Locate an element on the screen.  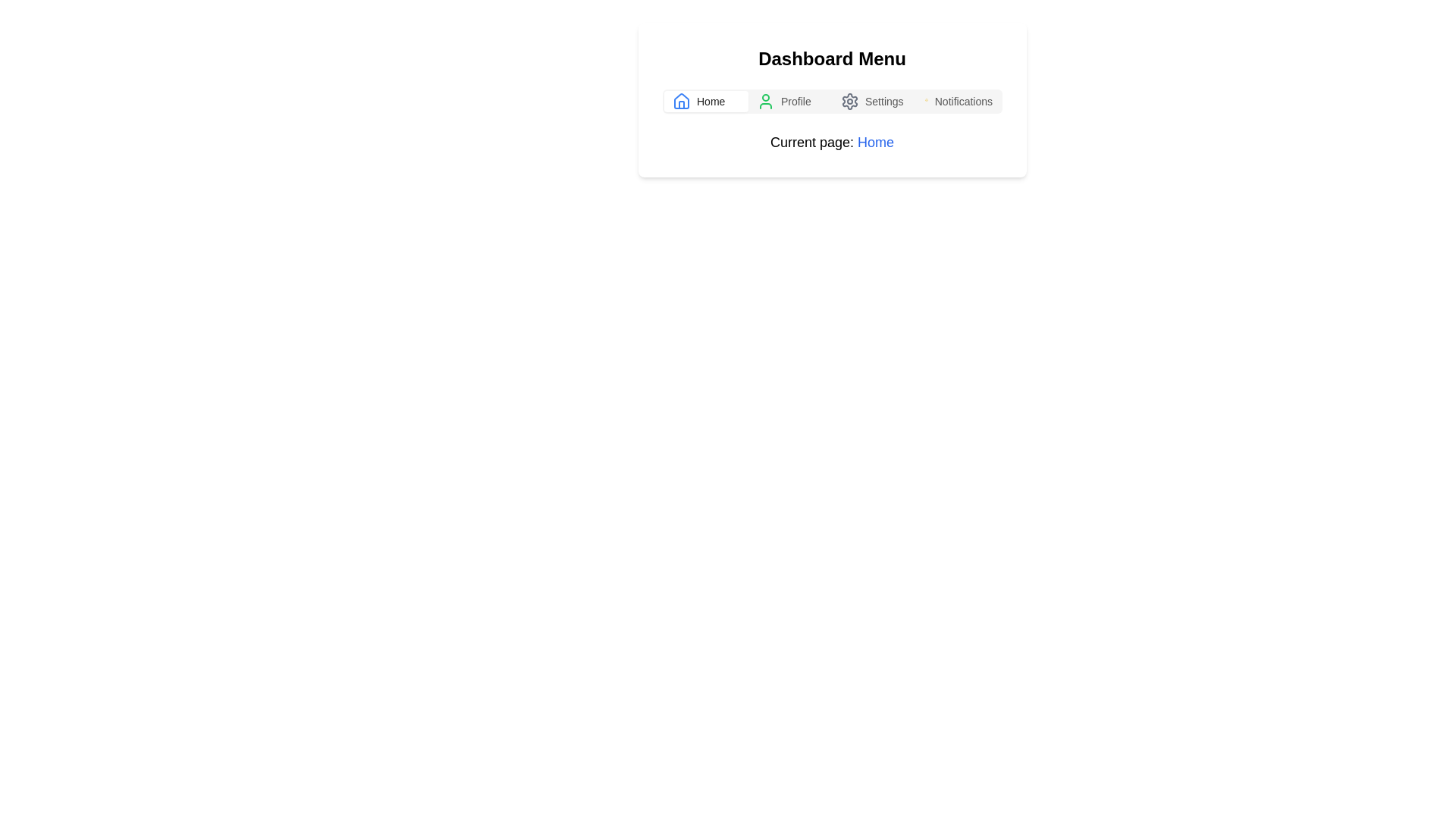
the outer gear icon of the settings icon located in the top navigation bar is located at coordinates (849, 102).